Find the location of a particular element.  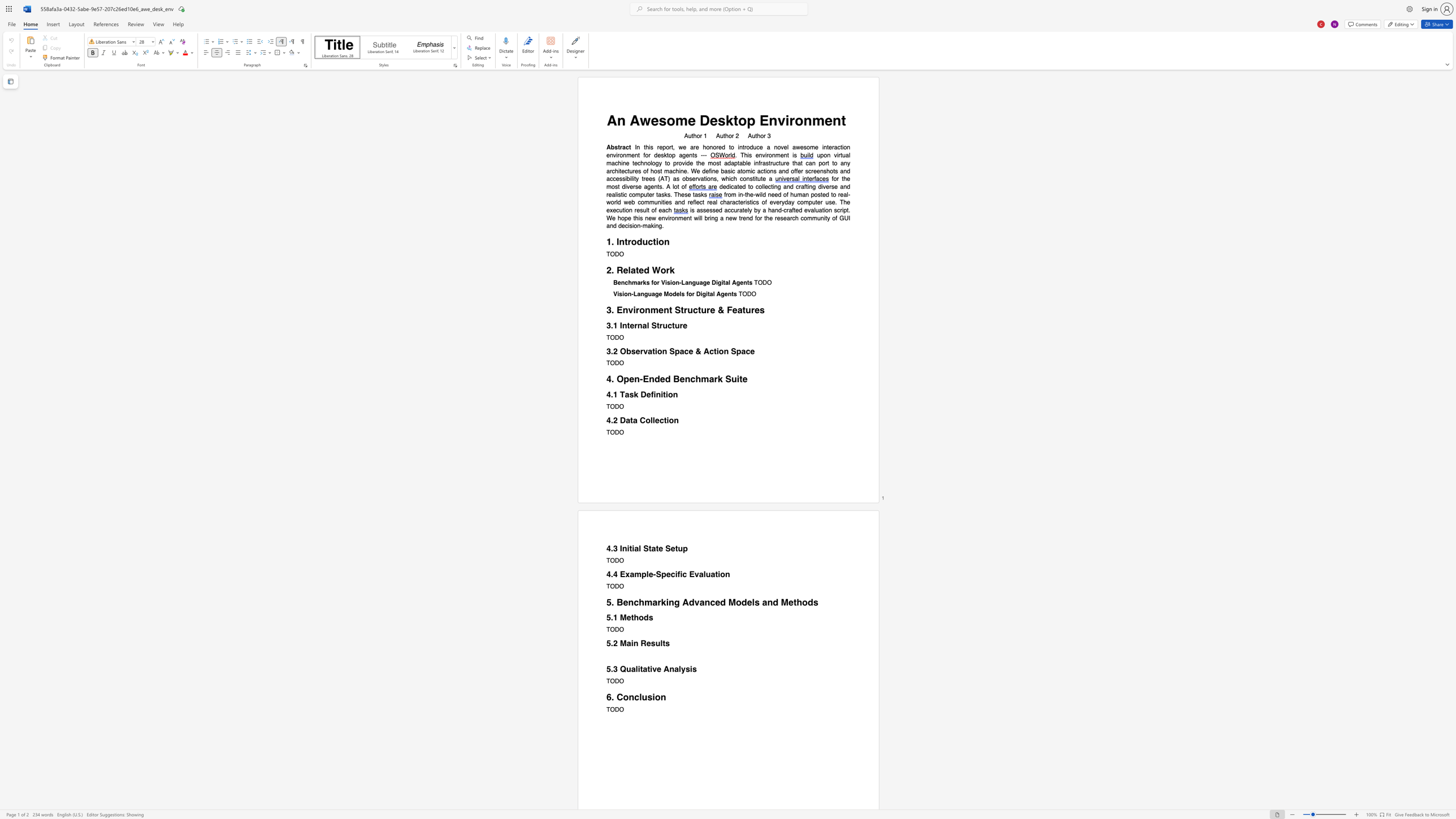

the subset text "le-Specif" within the text "4.4 Example-Specific Evaluation" is located at coordinates (645, 574).